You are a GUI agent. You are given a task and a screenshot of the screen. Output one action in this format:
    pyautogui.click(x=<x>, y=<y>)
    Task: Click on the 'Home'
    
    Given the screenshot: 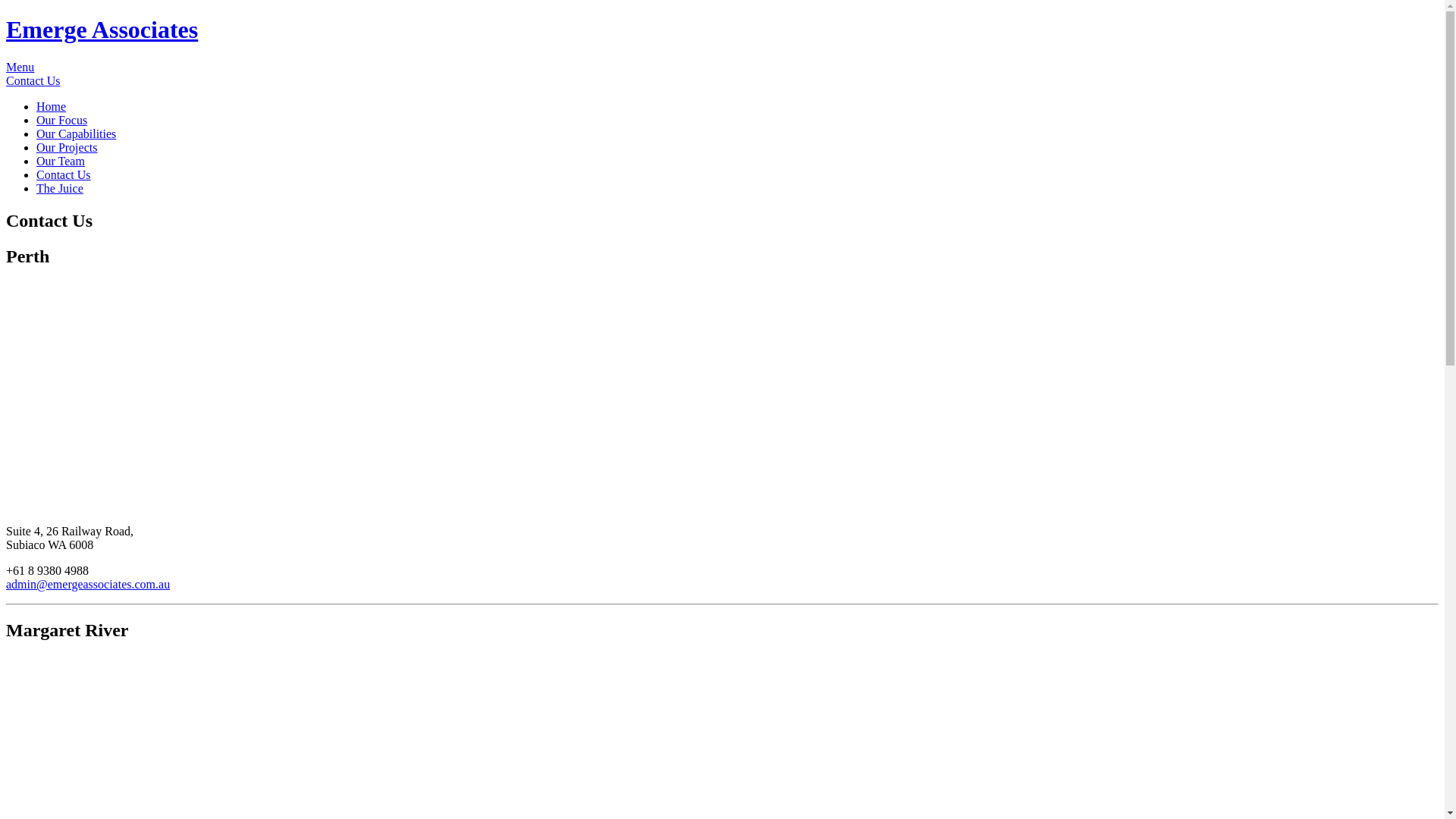 What is the action you would take?
    pyautogui.click(x=51, y=105)
    